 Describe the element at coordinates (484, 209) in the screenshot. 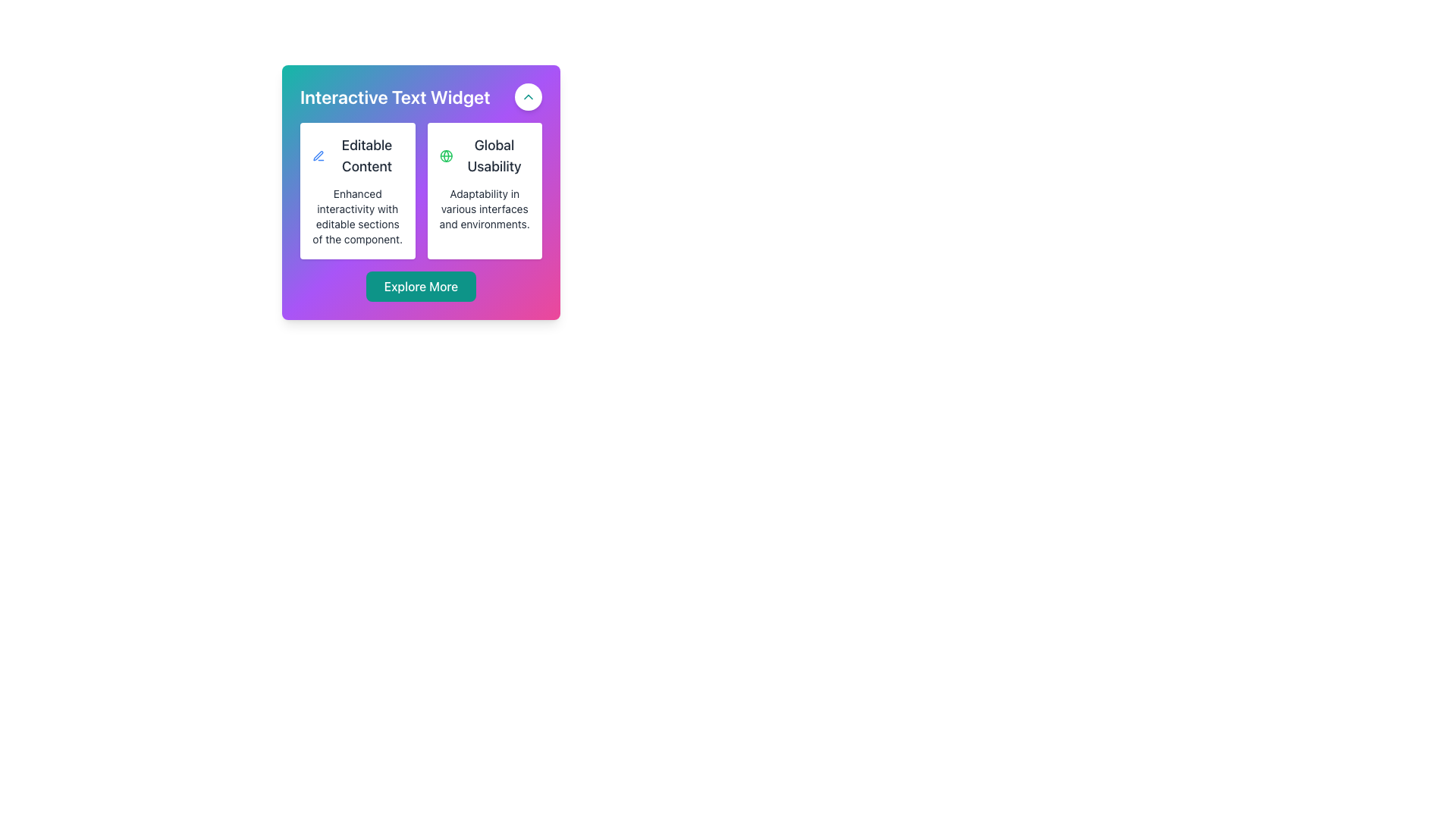

I see `the text label providing additional descriptive information about 'Global Usability', located within the right-hand card of the widget` at that location.